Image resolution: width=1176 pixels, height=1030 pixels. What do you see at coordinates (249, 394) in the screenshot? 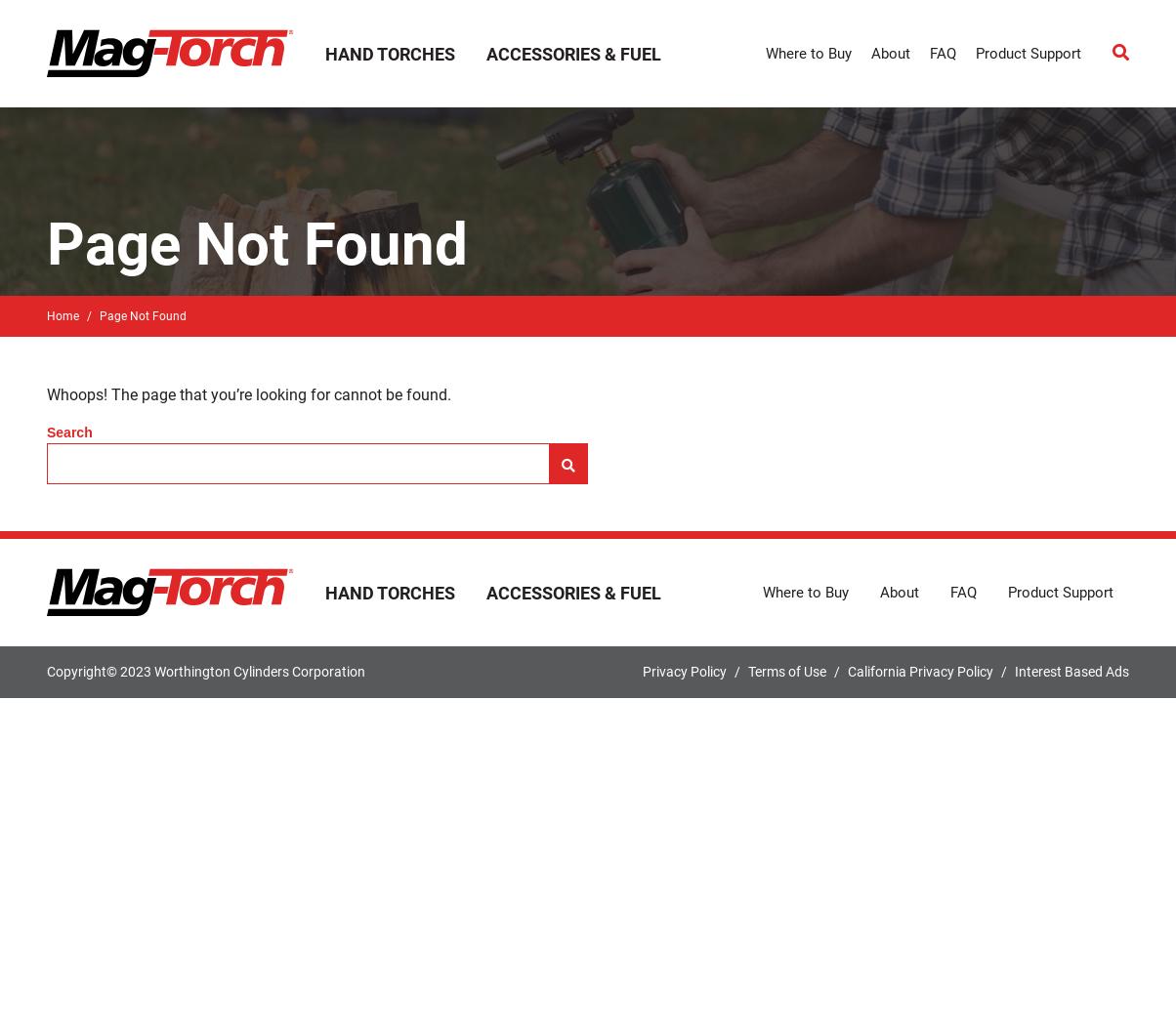
I see `'Whoops! The page that you’re looking for cannot be found.'` at bounding box center [249, 394].